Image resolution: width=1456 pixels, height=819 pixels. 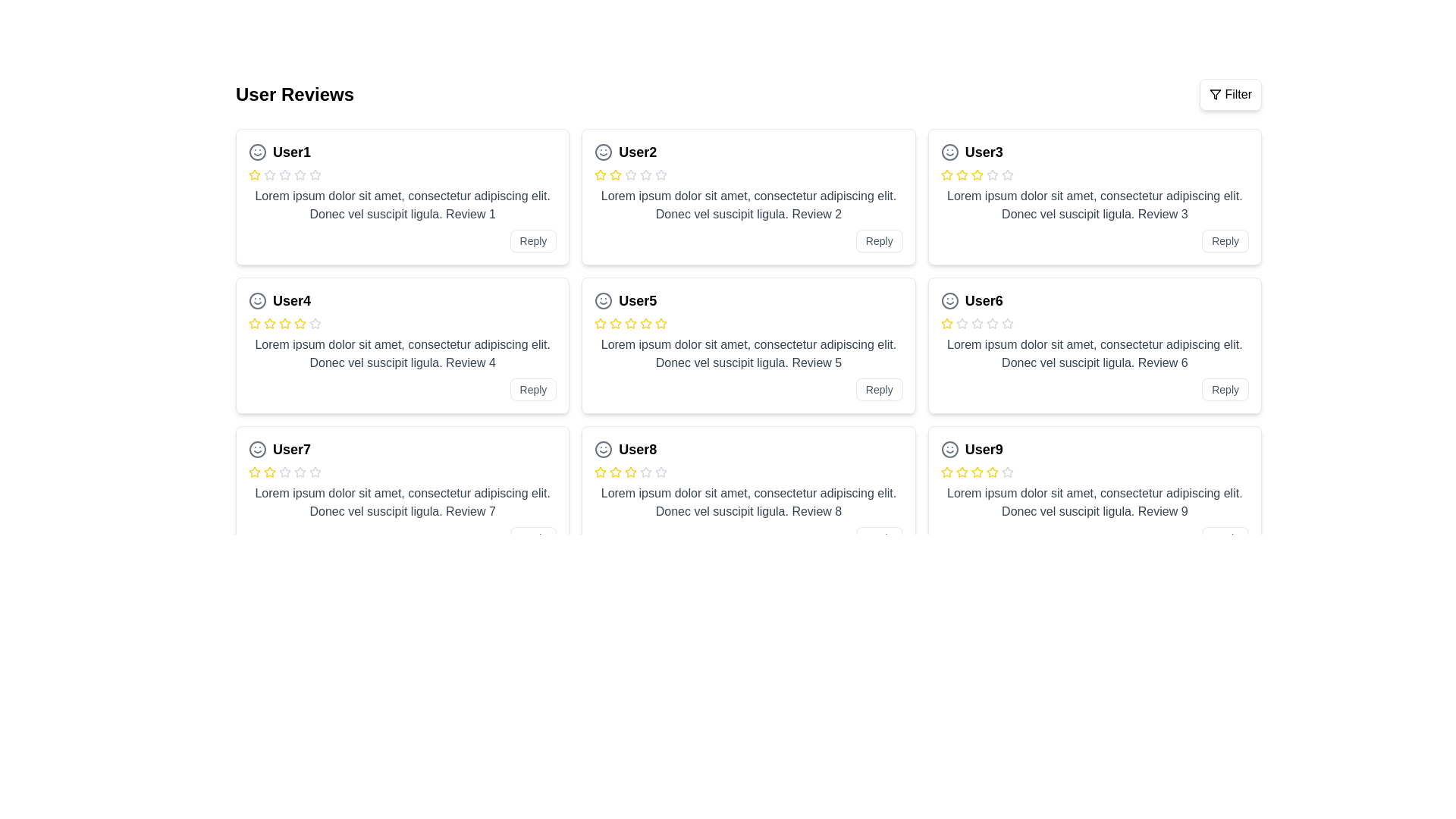 What do you see at coordinates (661, 323) in the screenshot?
I see `the fifth star icon in the rating component` at bounding box center [661, 323].